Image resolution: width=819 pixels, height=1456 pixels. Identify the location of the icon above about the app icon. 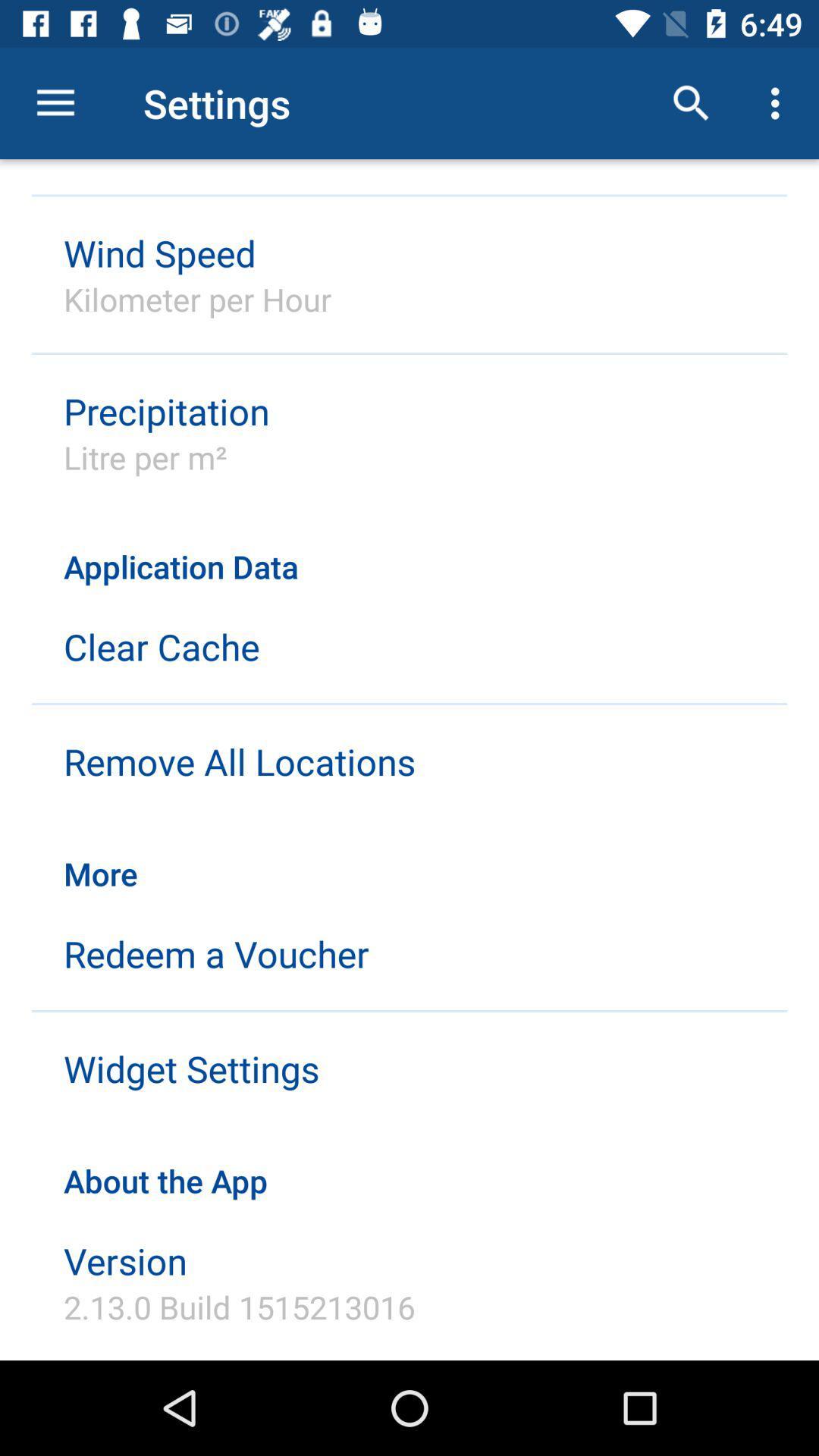
(190, 1068).